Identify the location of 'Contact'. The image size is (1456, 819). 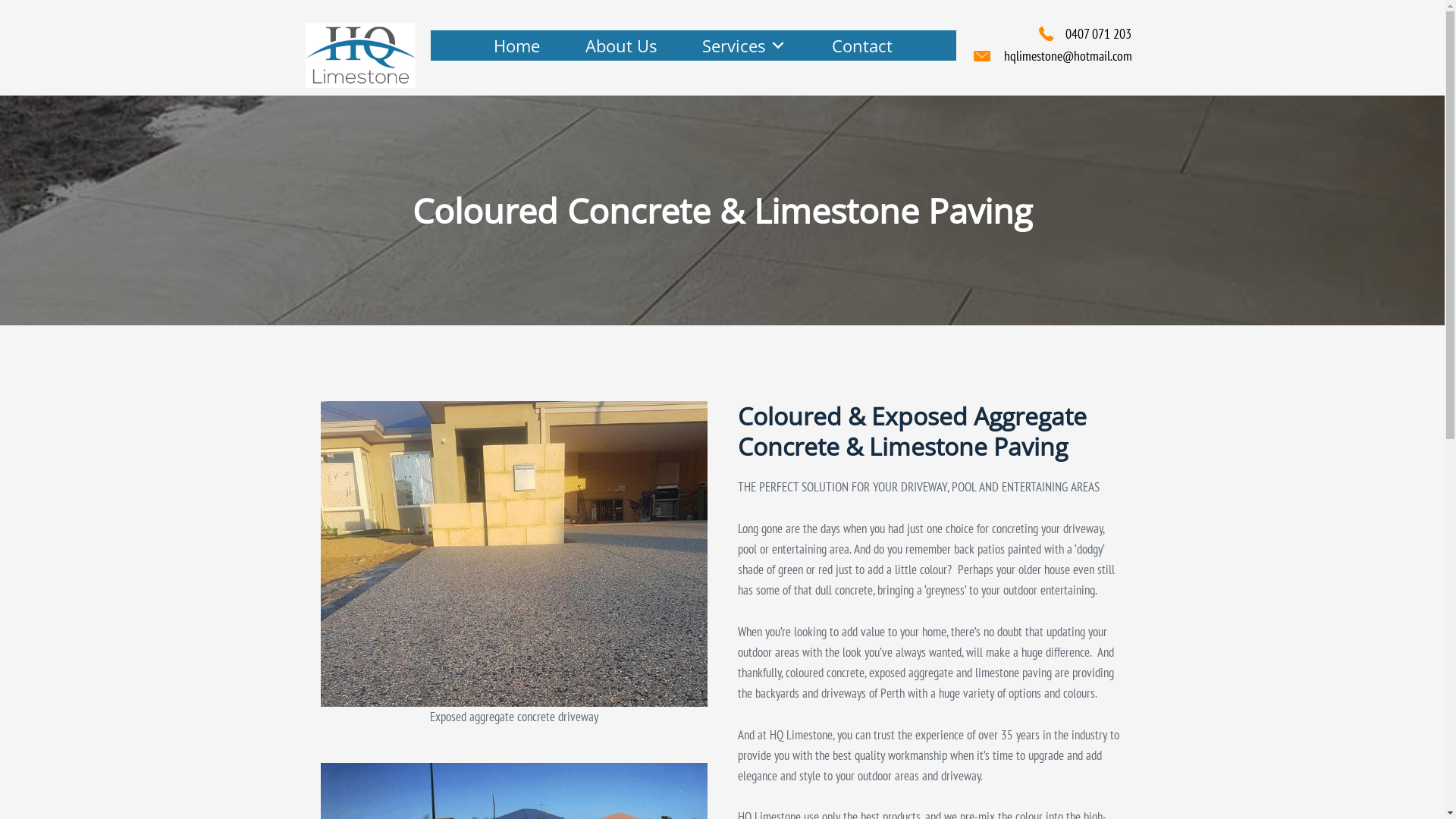
(862, 45).